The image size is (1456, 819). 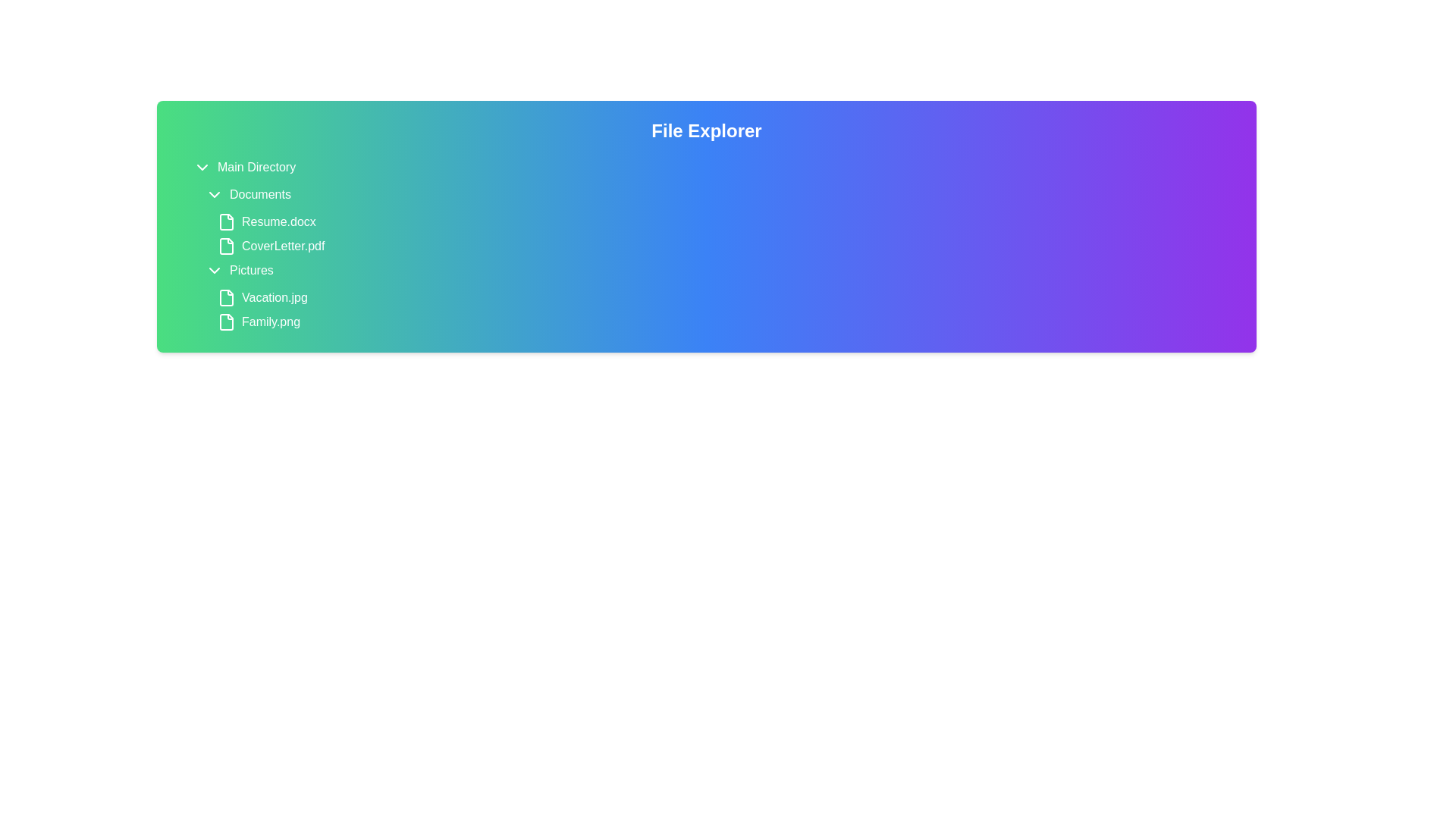 What do you see at coordinates (275, 298) in the screenshot?
I see `the text label displaying the filename 'Vacation.jpg' to show the filename tooltip` at bounding box center [275, 298].